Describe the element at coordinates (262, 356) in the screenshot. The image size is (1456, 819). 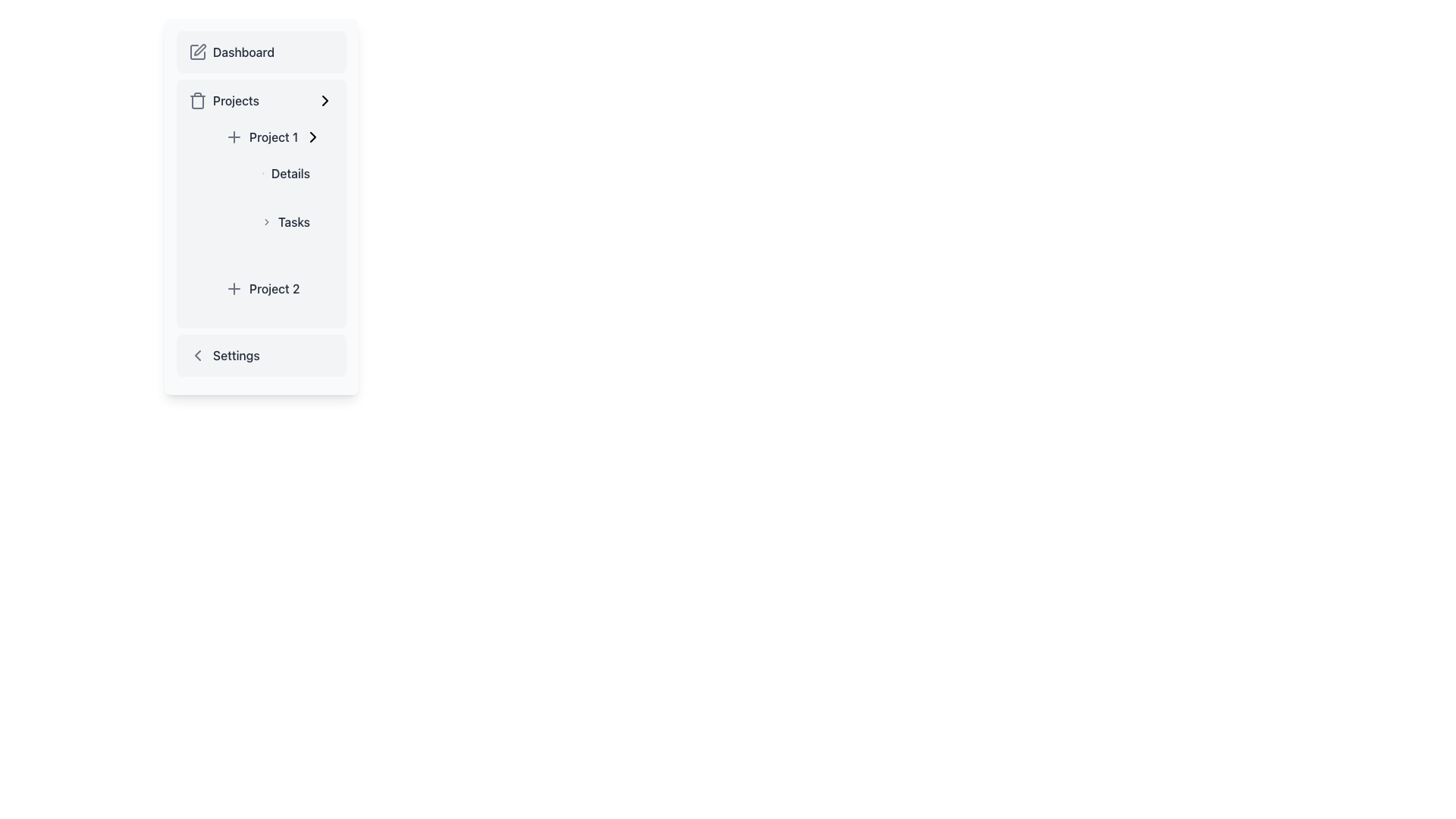
I see `the 'Settings' button with a light gray background and rounded corners, located at the bottom of the vertical navigation panel` at that location.